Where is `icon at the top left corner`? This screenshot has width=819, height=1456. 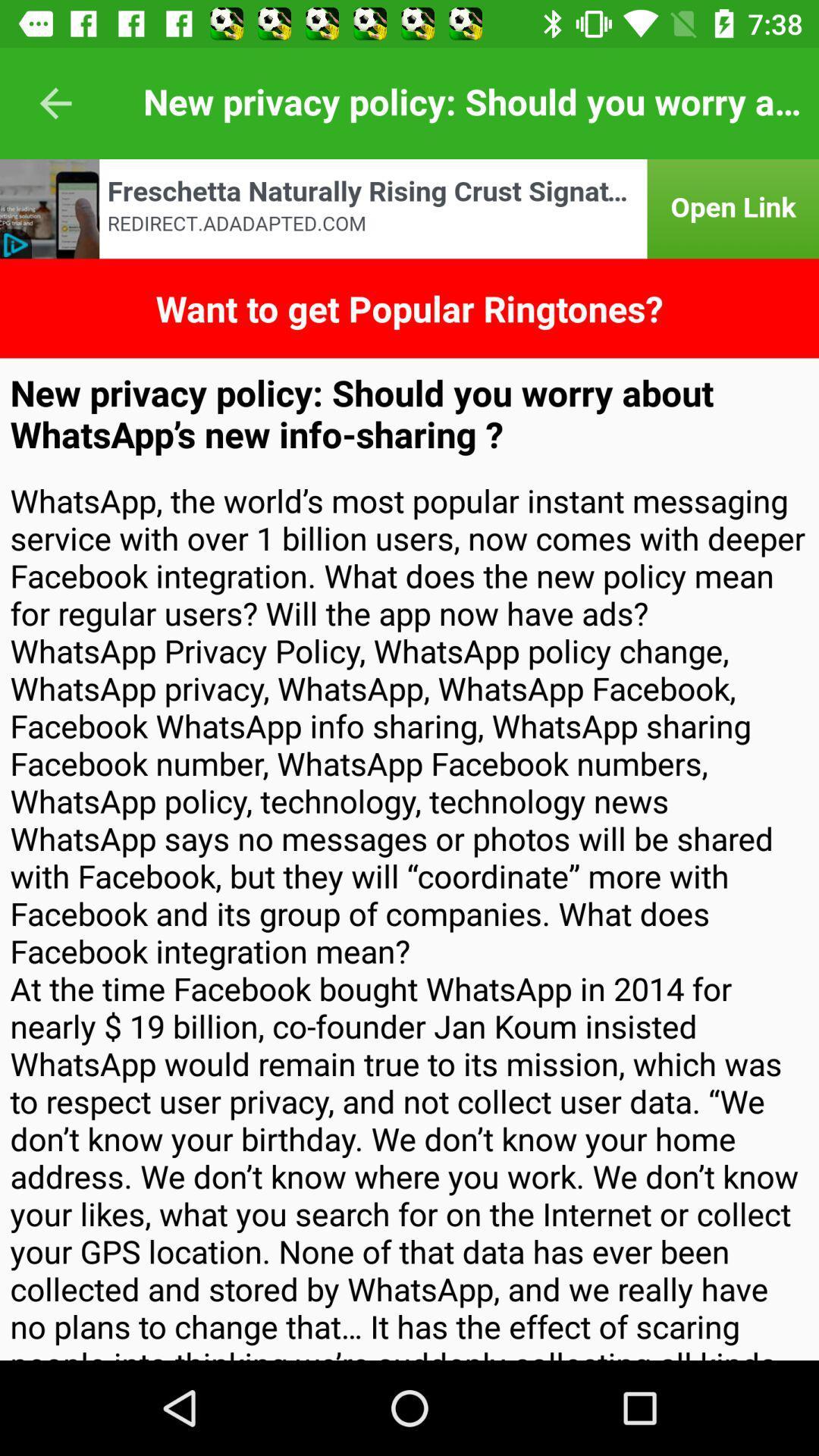
icon at the top left corner is located at coordinates (55, 102).